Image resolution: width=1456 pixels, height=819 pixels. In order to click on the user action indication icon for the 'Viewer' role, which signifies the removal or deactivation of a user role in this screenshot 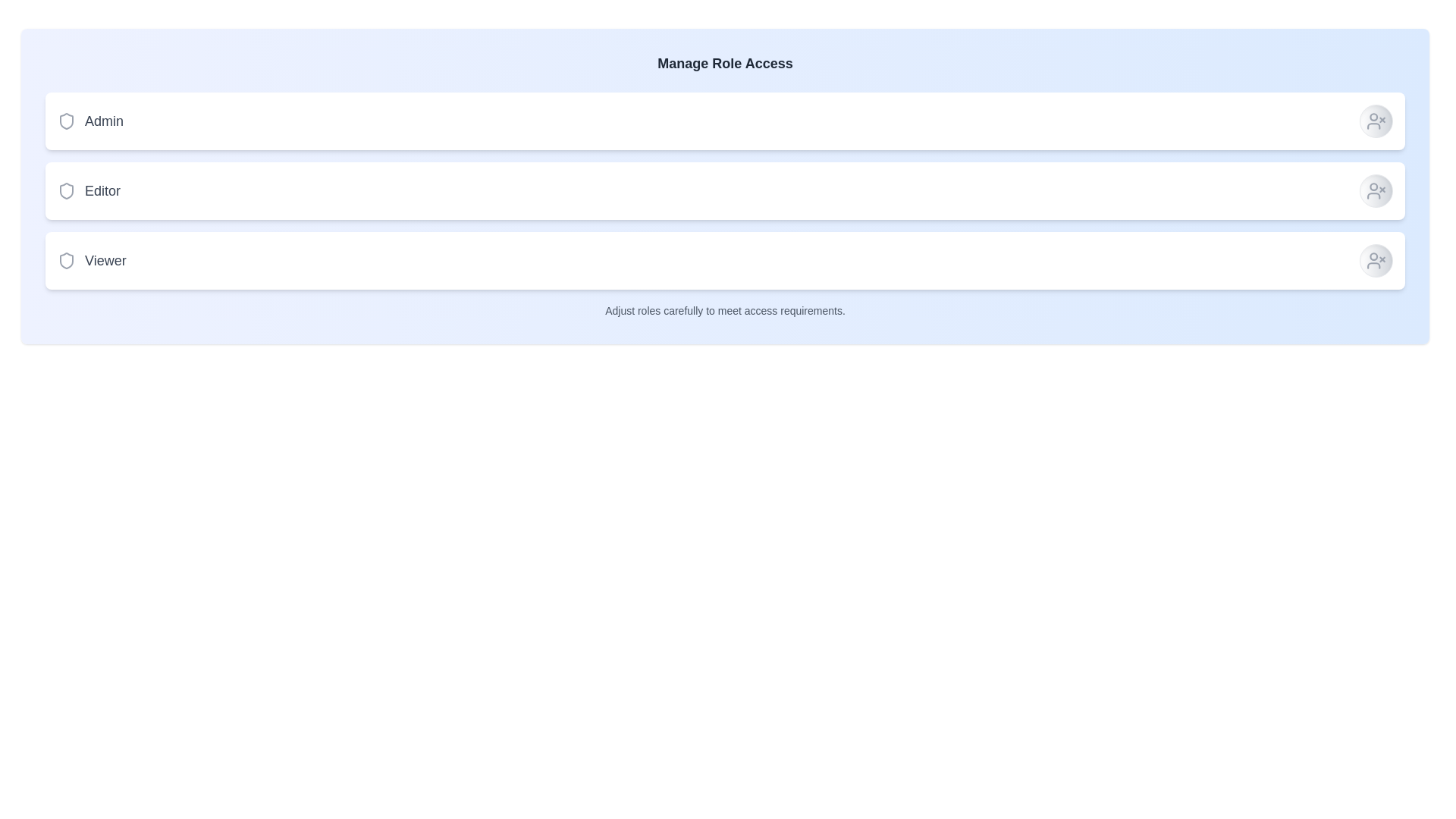, I will do `click(1373, 256)`.